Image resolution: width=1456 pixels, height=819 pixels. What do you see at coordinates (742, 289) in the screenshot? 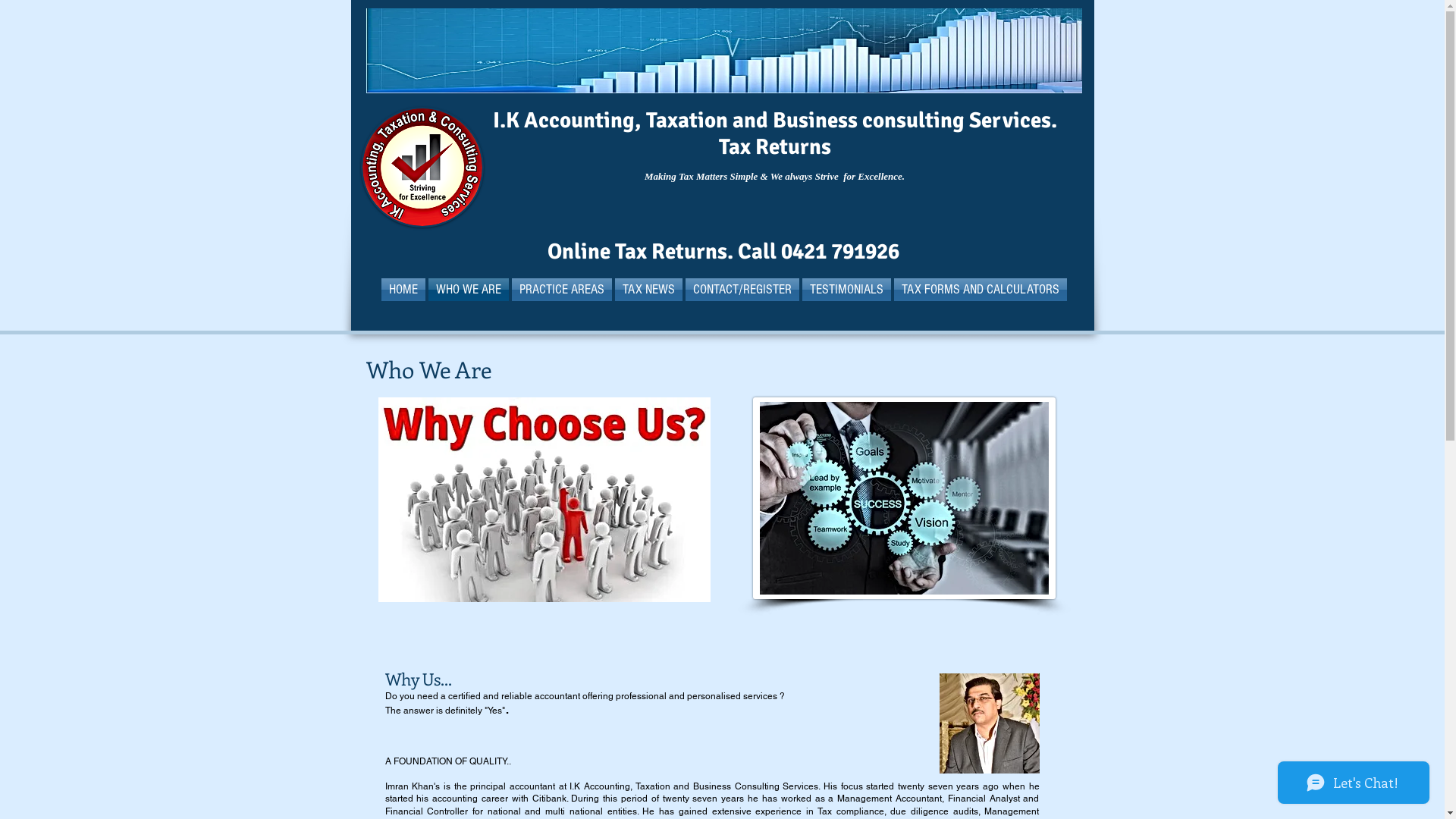
I see `'CONTACT/REGISTER'` at bounding box center [742, 289].